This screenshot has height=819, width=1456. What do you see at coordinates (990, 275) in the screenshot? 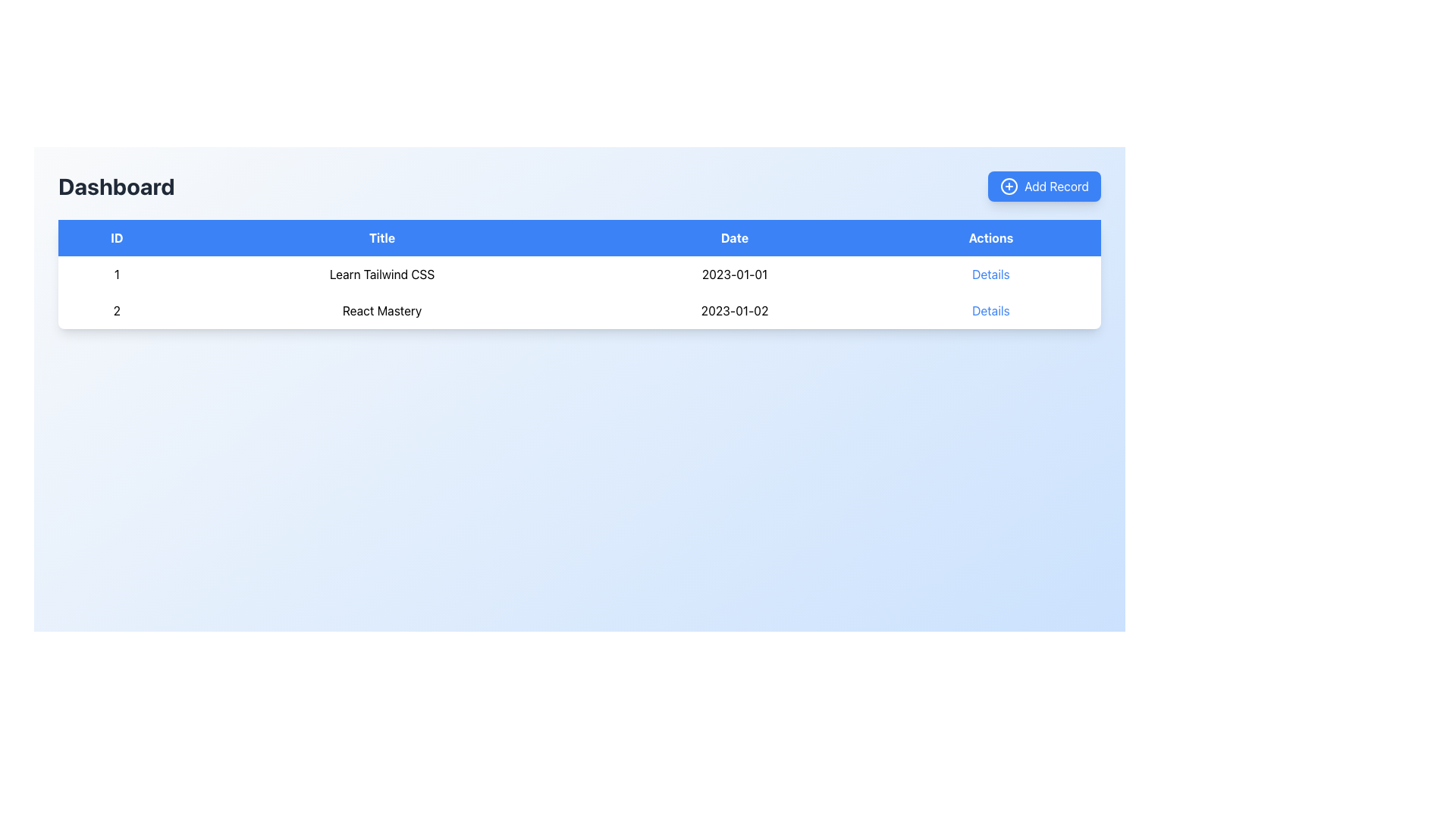
I see `the second 'Details' link in the 'Actions' column of the second row in the data table` at bounding box center [990, 275].